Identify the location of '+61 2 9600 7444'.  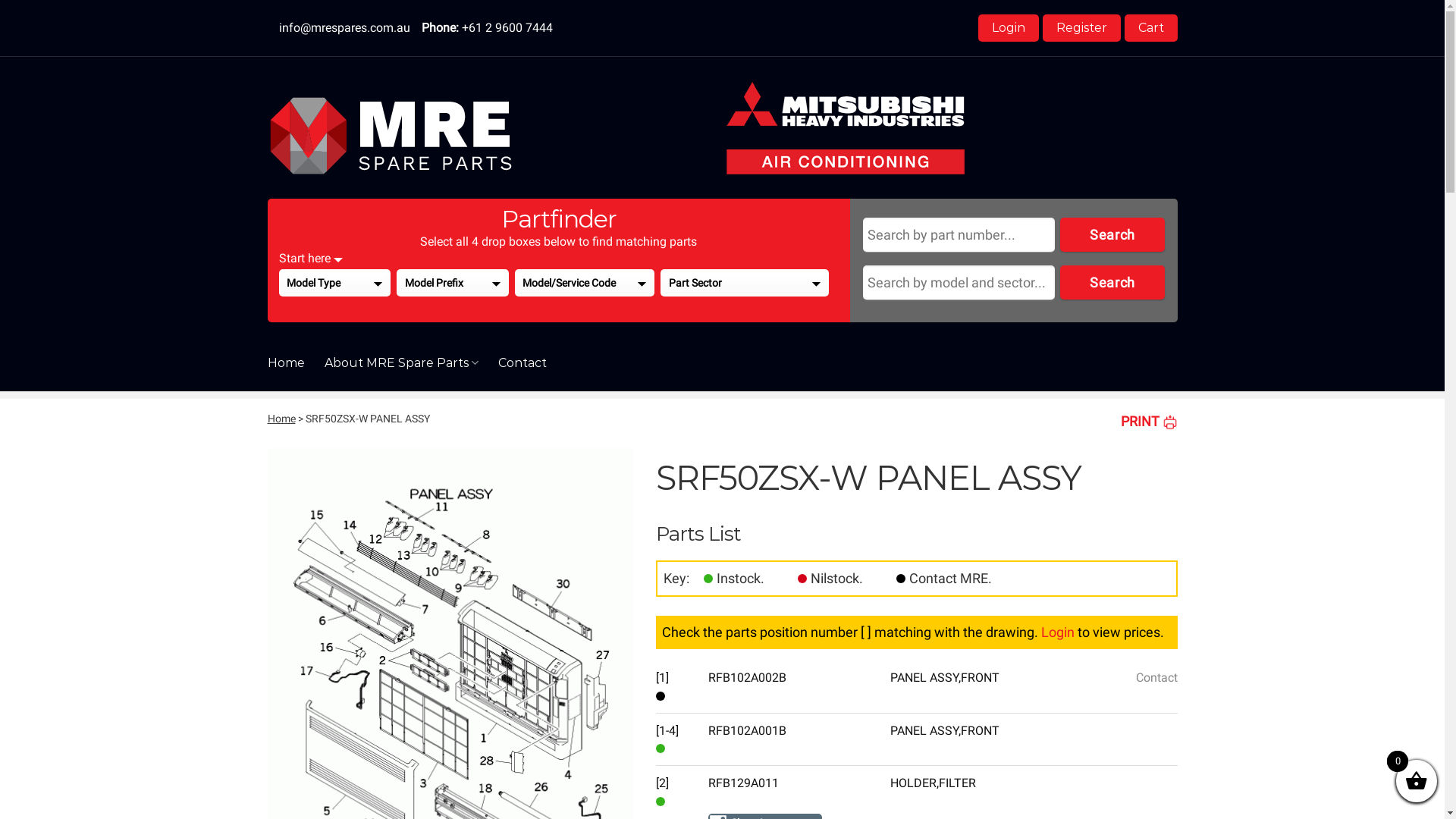
(506, 27).